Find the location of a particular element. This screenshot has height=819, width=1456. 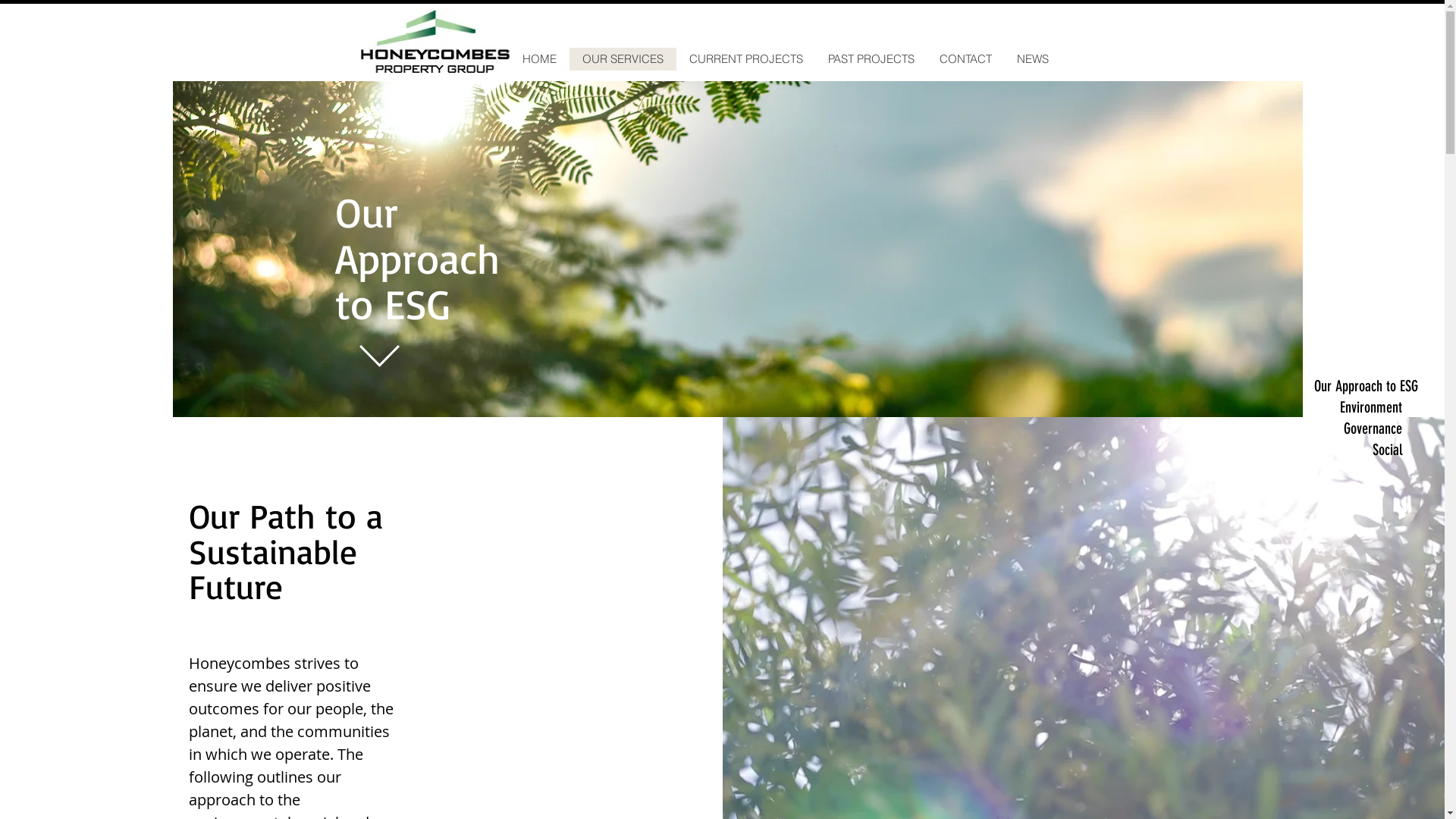

'NEWS' is located at coordinates (1004, 58).